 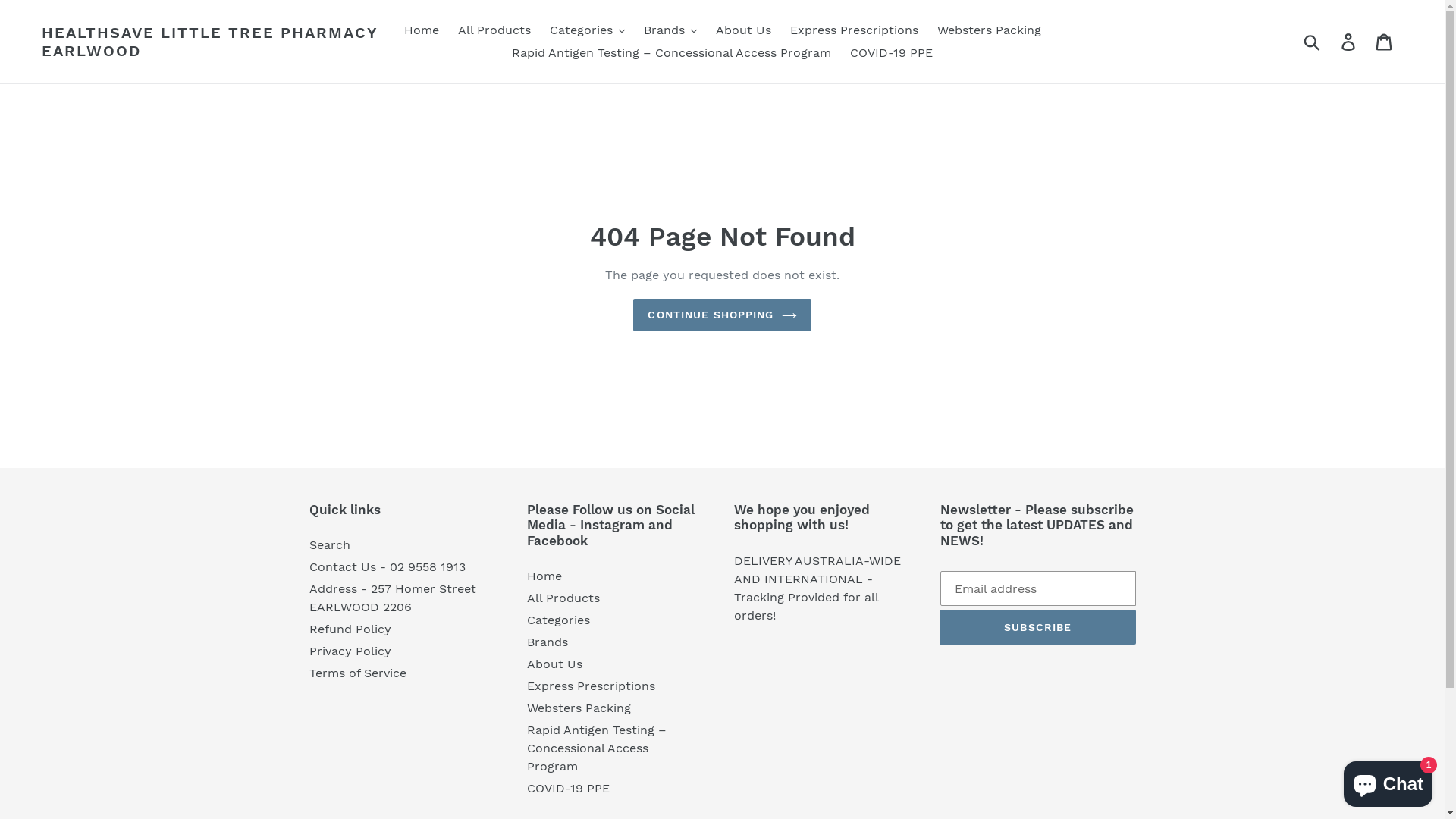 I want to click on 'Shopify online store chat', so click(x=1388, y=780).